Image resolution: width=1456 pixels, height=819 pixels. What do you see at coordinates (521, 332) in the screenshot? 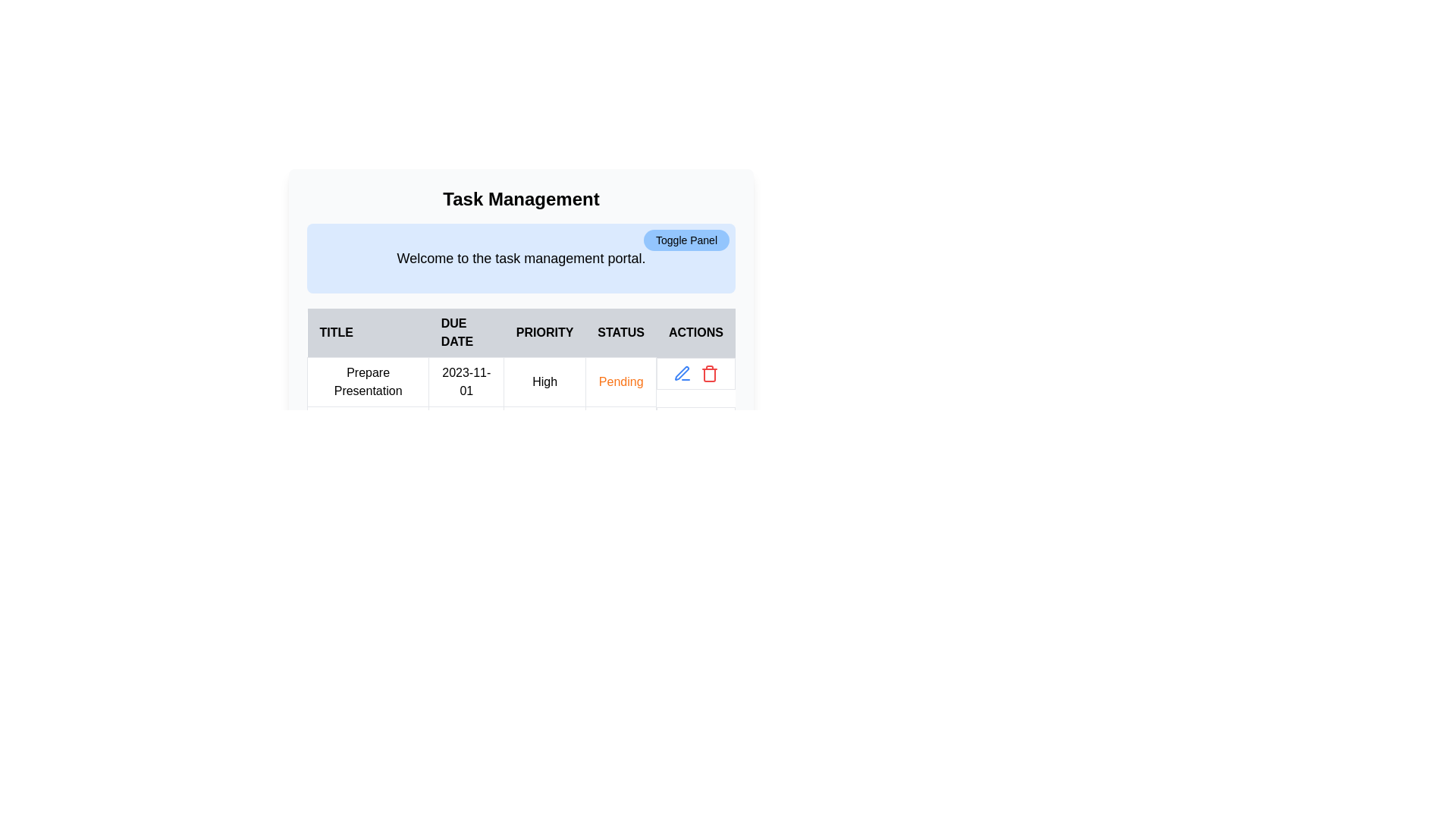
I see `the 'PRIORITY' column header in the table to sort the tasks, as sorting is enabled` at bounding box center [521, 332].